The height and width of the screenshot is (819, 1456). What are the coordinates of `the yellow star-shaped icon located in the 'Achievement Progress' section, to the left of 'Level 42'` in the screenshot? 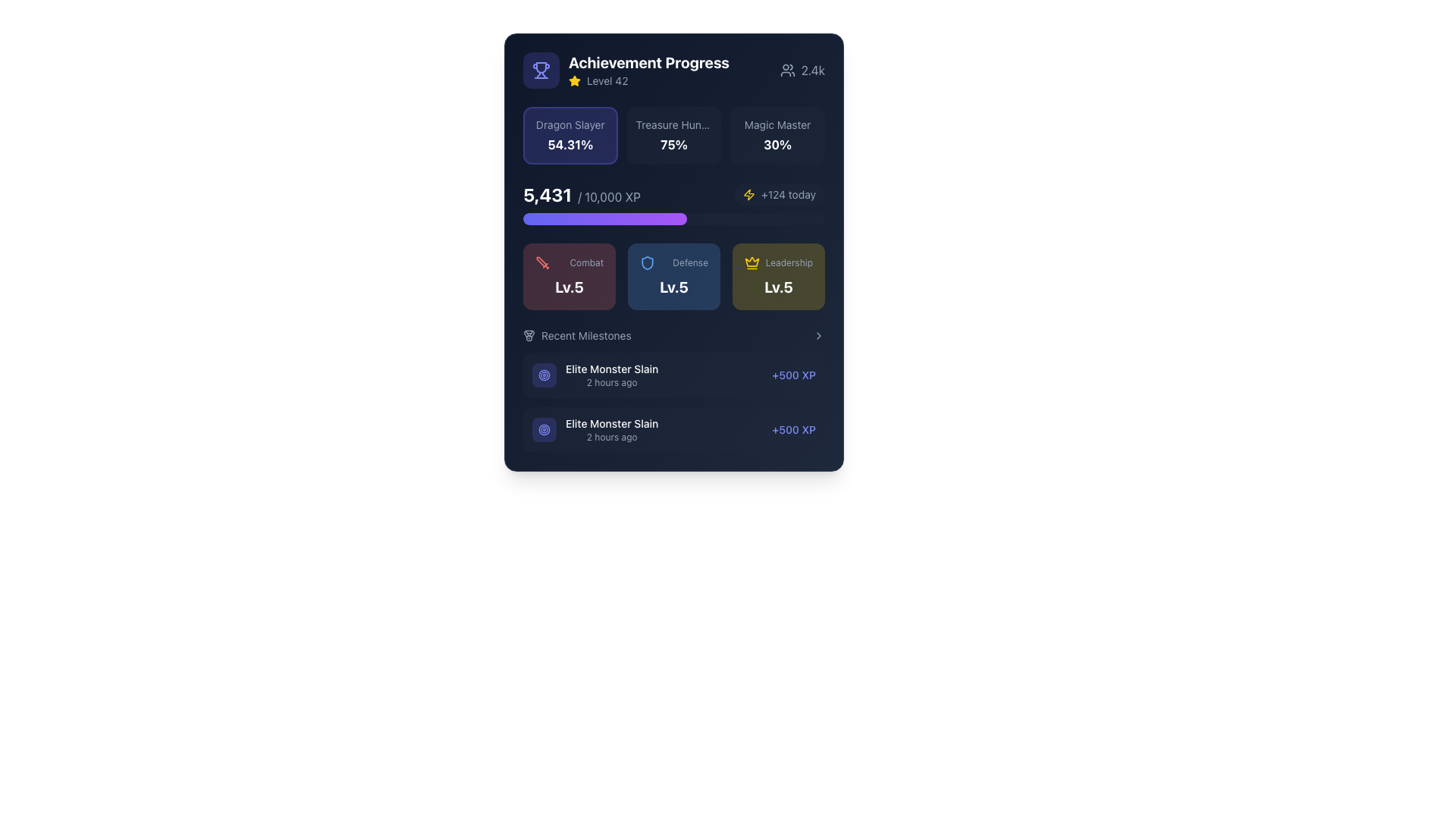 It's located at (574, 81).